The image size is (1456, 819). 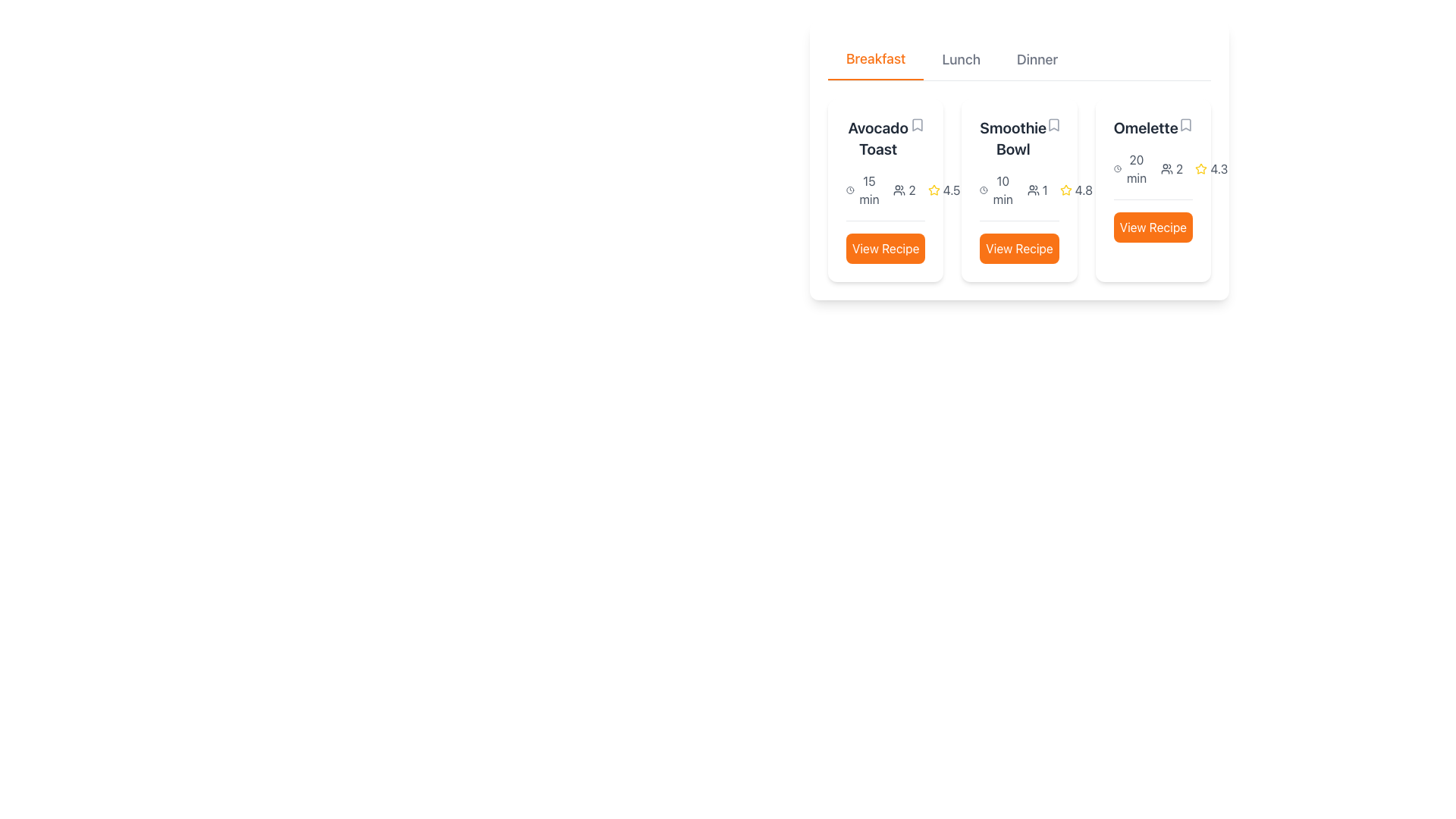 I want to click on the 'Dinner' menu item, so click(x=1037, y=58).